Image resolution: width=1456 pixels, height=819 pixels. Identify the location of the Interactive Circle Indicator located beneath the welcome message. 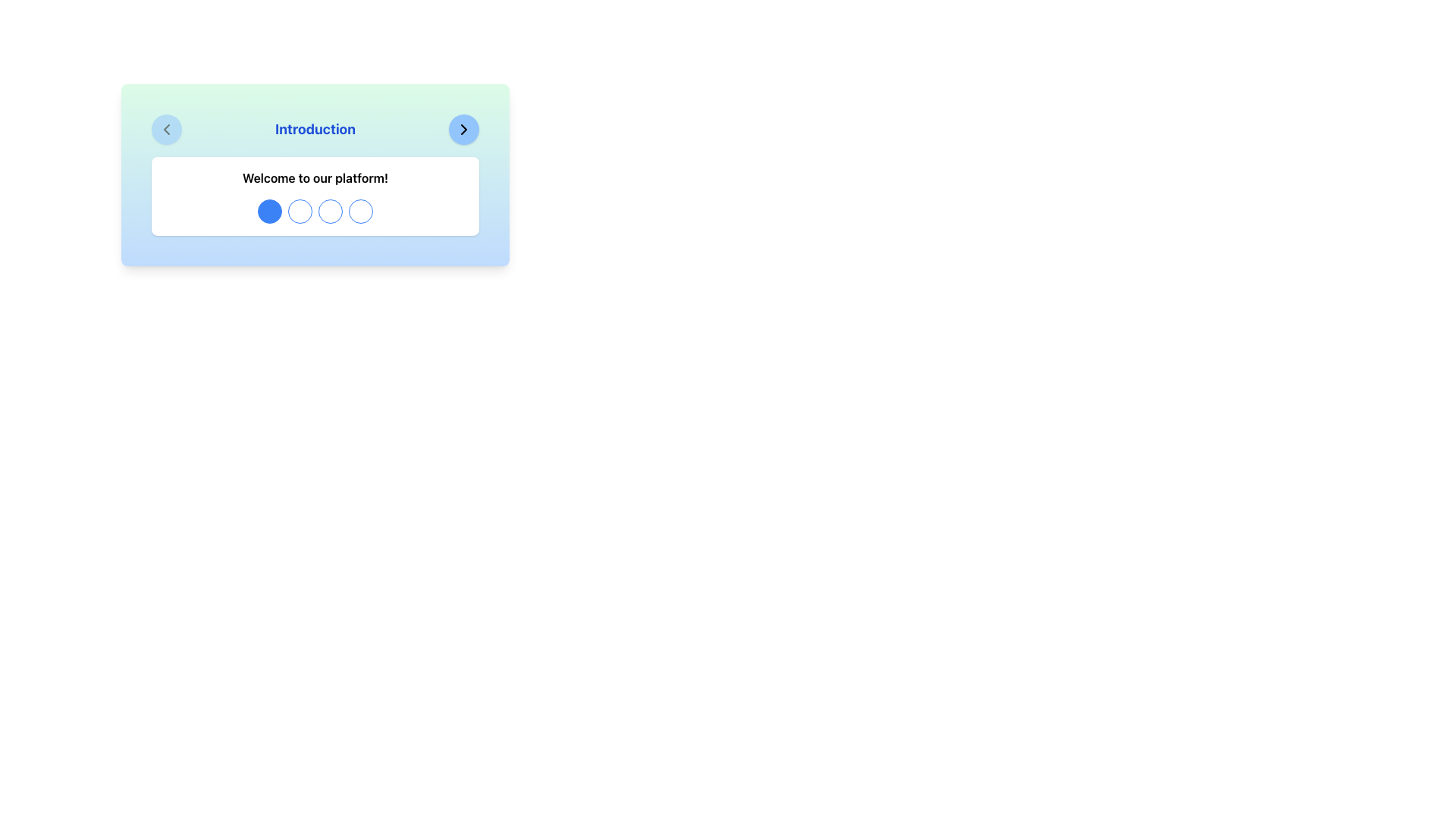
(315, 218).